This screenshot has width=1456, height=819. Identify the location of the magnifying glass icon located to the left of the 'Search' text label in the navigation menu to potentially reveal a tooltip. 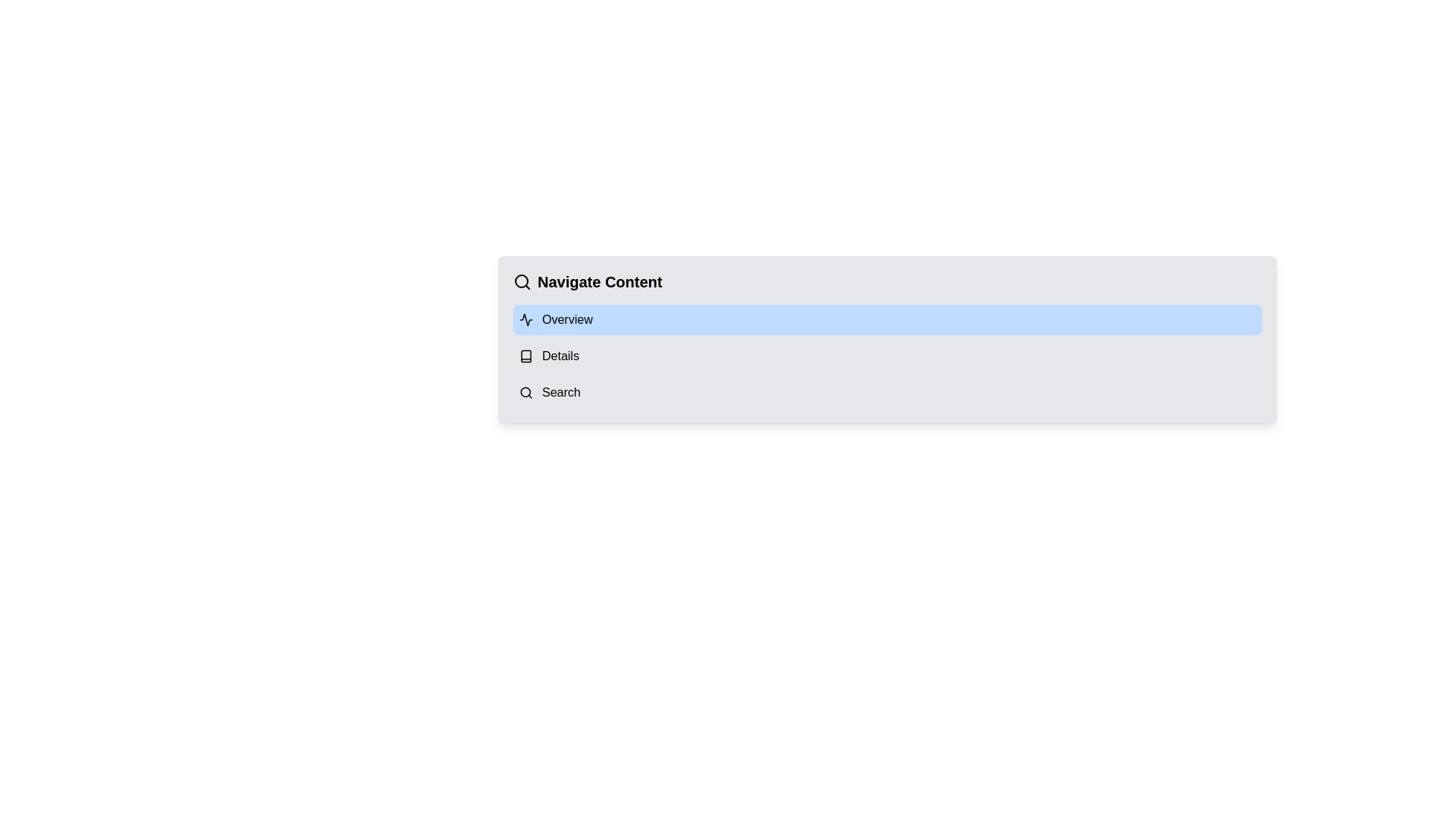
(526, 391).